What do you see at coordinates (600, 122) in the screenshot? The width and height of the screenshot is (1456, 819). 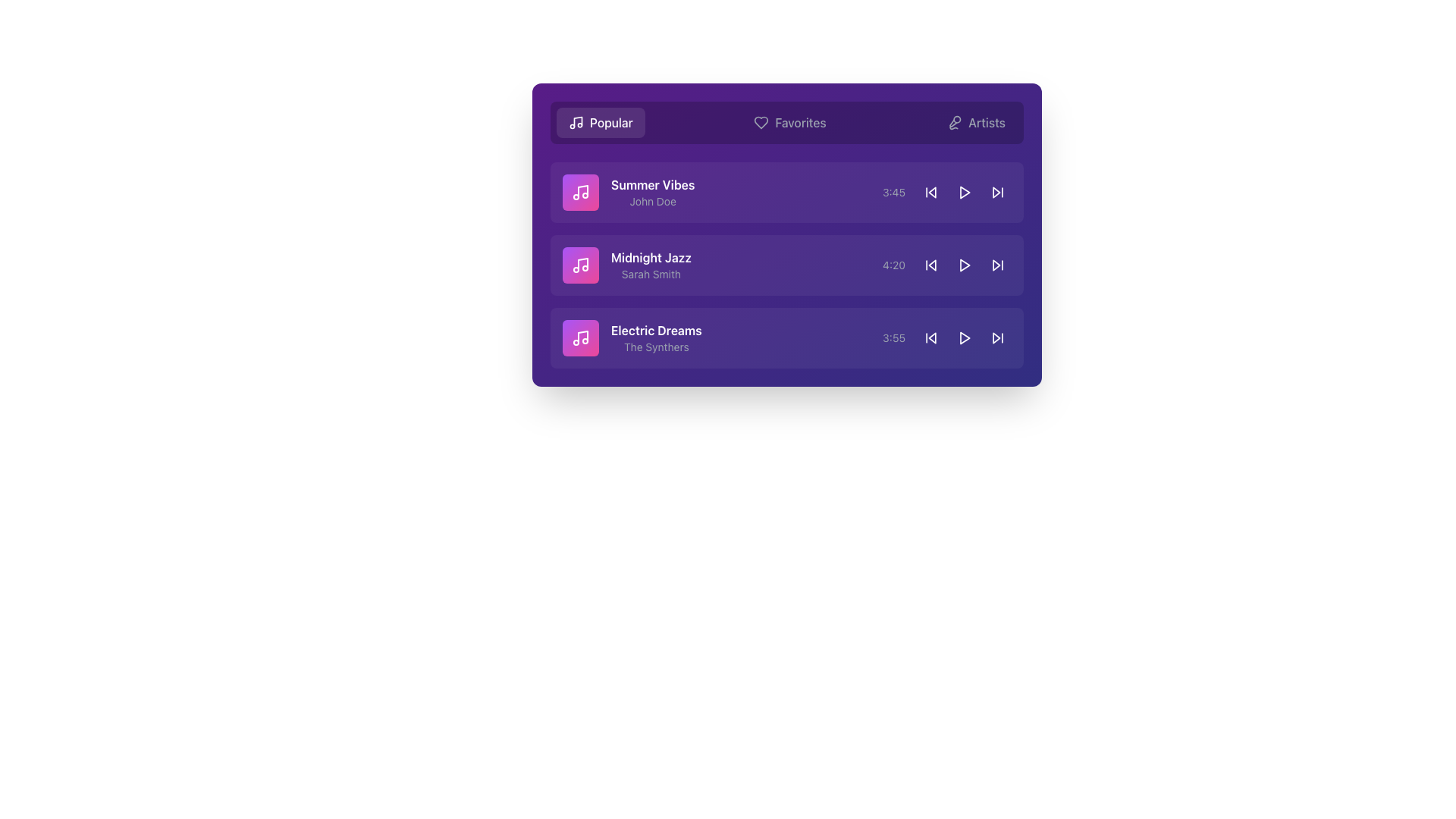 I see `the 'Popular' button, which is a rectangular button with rounded corners, styled in lighter purple color, featuring a music note icon and white text. It is the first button in the navigation bar at the top of the content panel` at bounding box center [600, 122].